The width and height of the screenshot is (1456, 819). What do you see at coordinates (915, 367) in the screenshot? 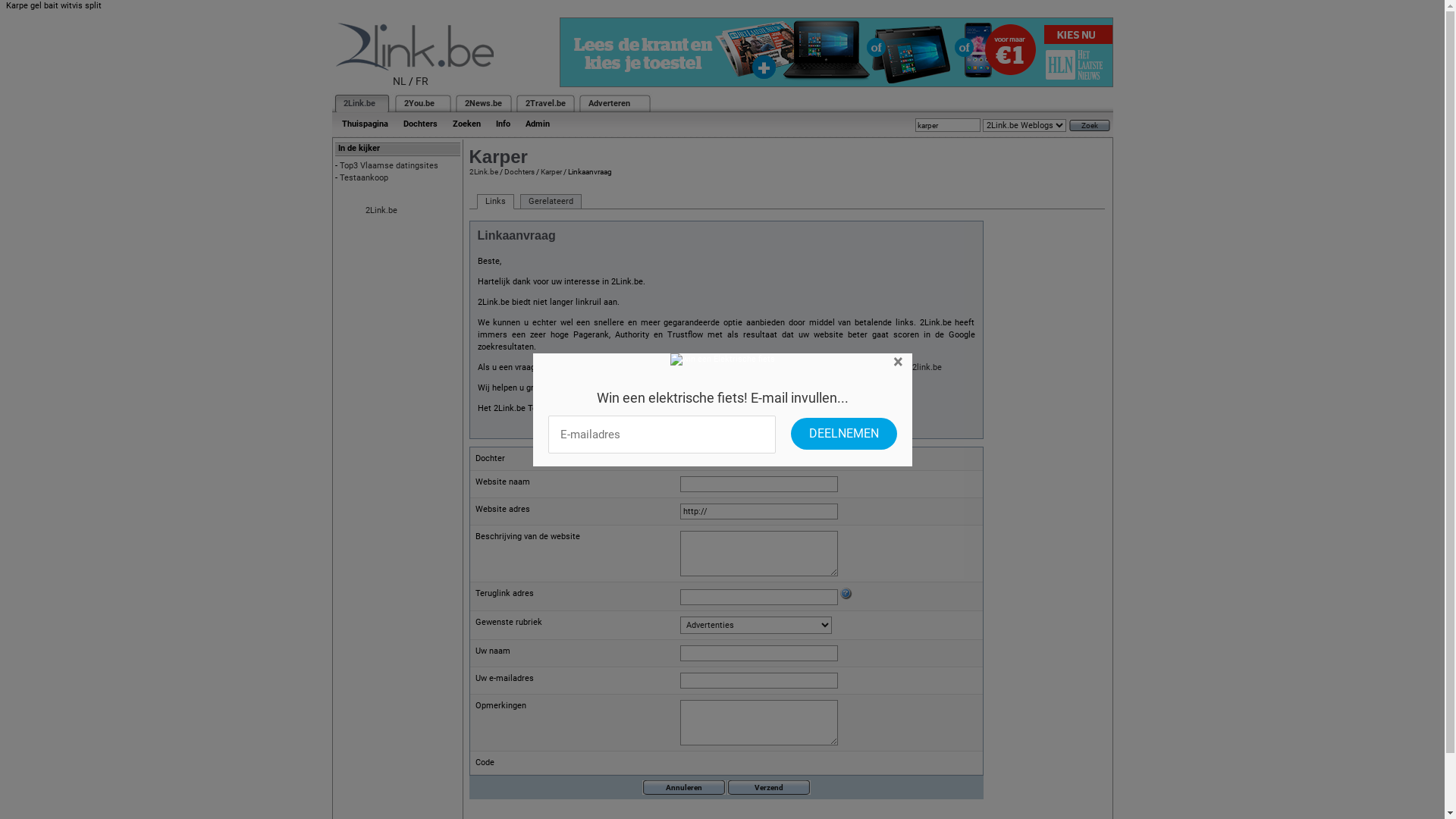
I see `'info@2link.be'` at bounding box center [915, 367].